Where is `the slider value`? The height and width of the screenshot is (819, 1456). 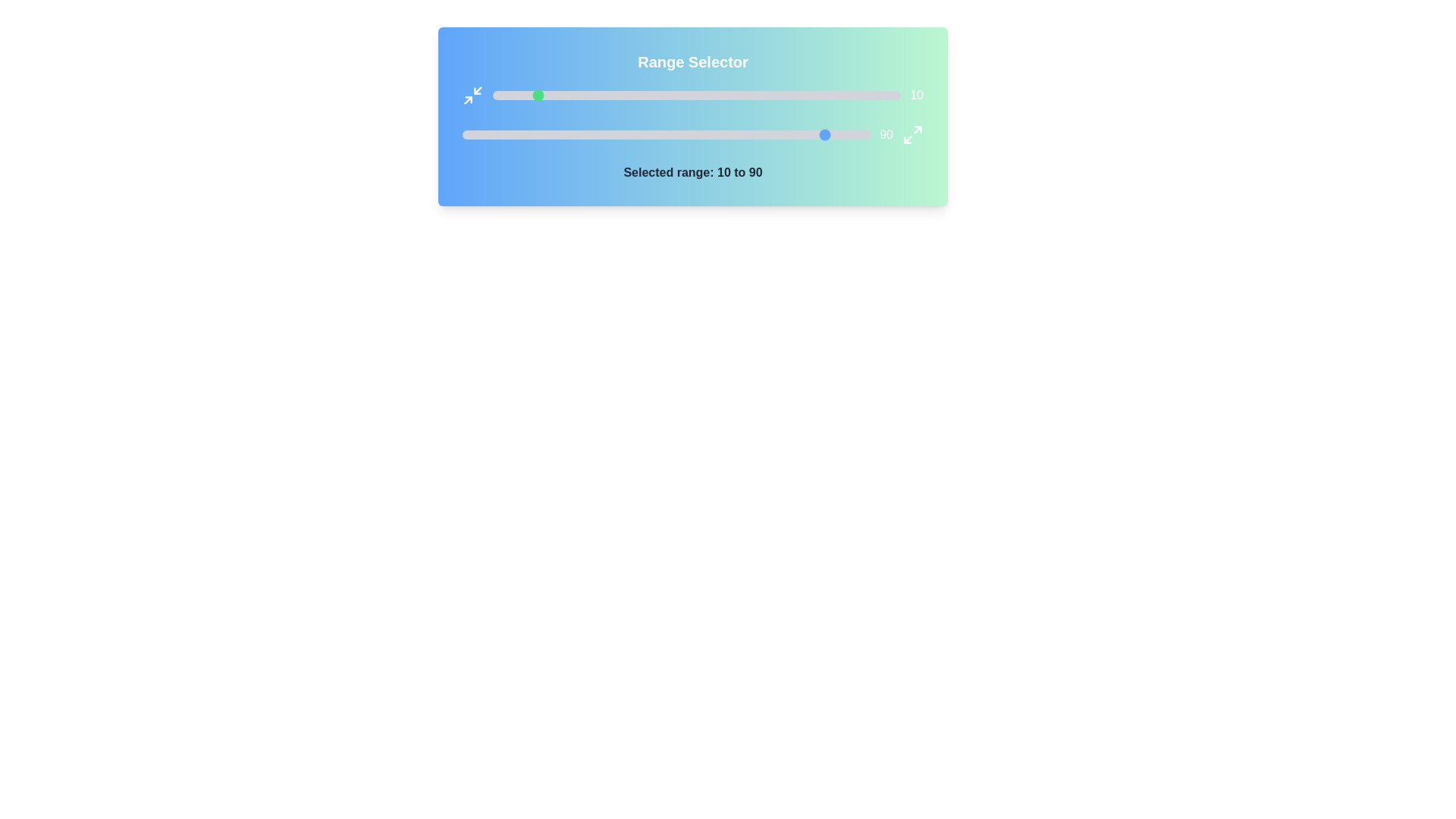
the slider value is located at coordinates (519, 133).